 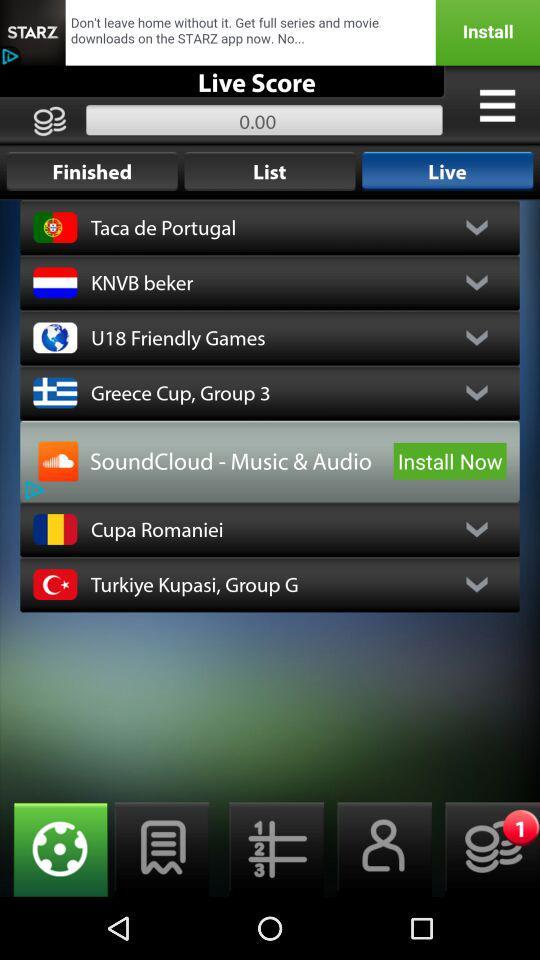 What do you see at coordinates (485, 909) in the screenshot?
I see `the emoji icon` at bounding box center [485, 909].